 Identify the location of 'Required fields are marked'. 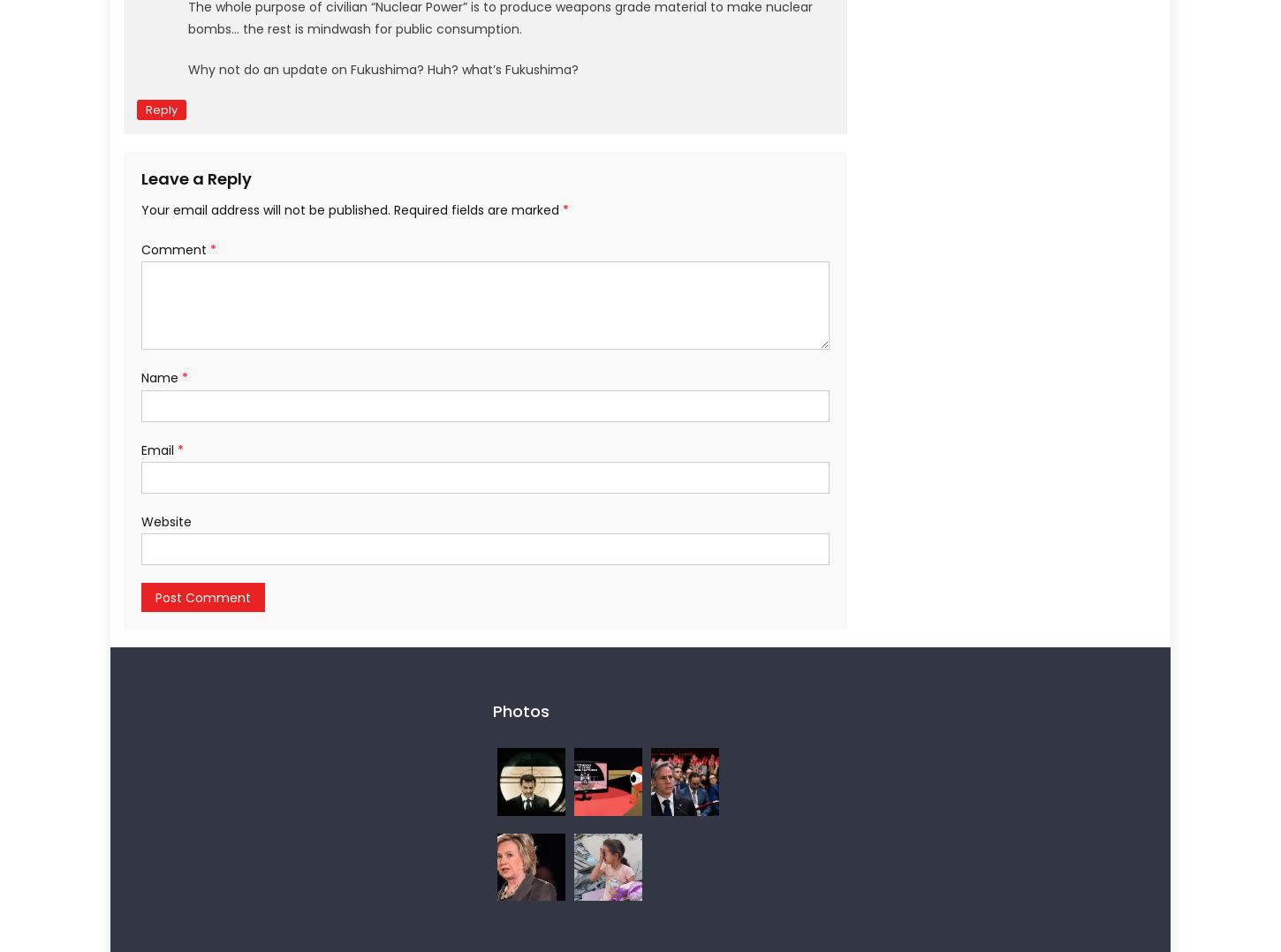
(478, 208).